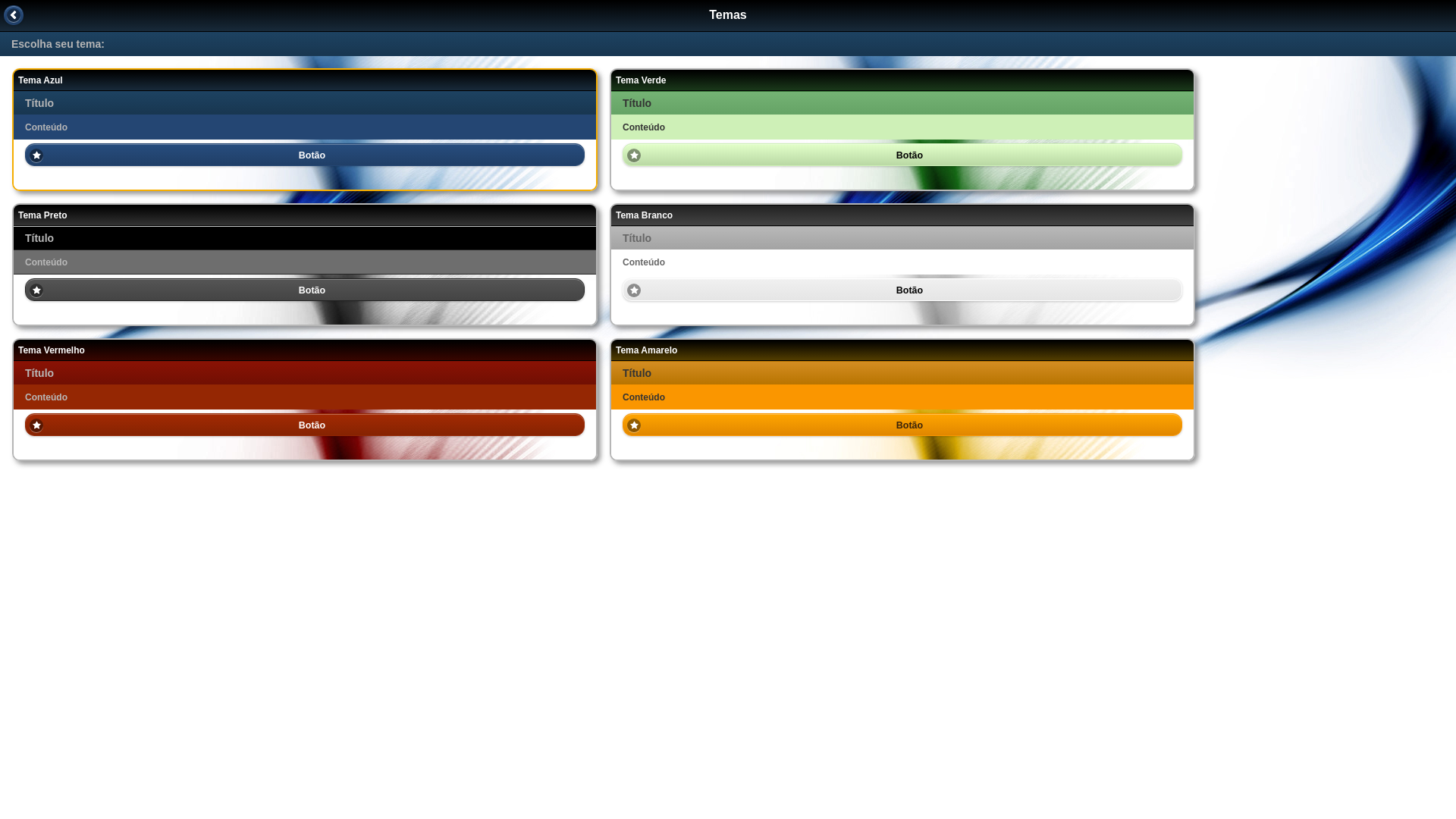 This screenshot has width=1456, height=819. Describe the element at coordinates (3, 14) in the screenshot. I see `'Voltar'` at that location.